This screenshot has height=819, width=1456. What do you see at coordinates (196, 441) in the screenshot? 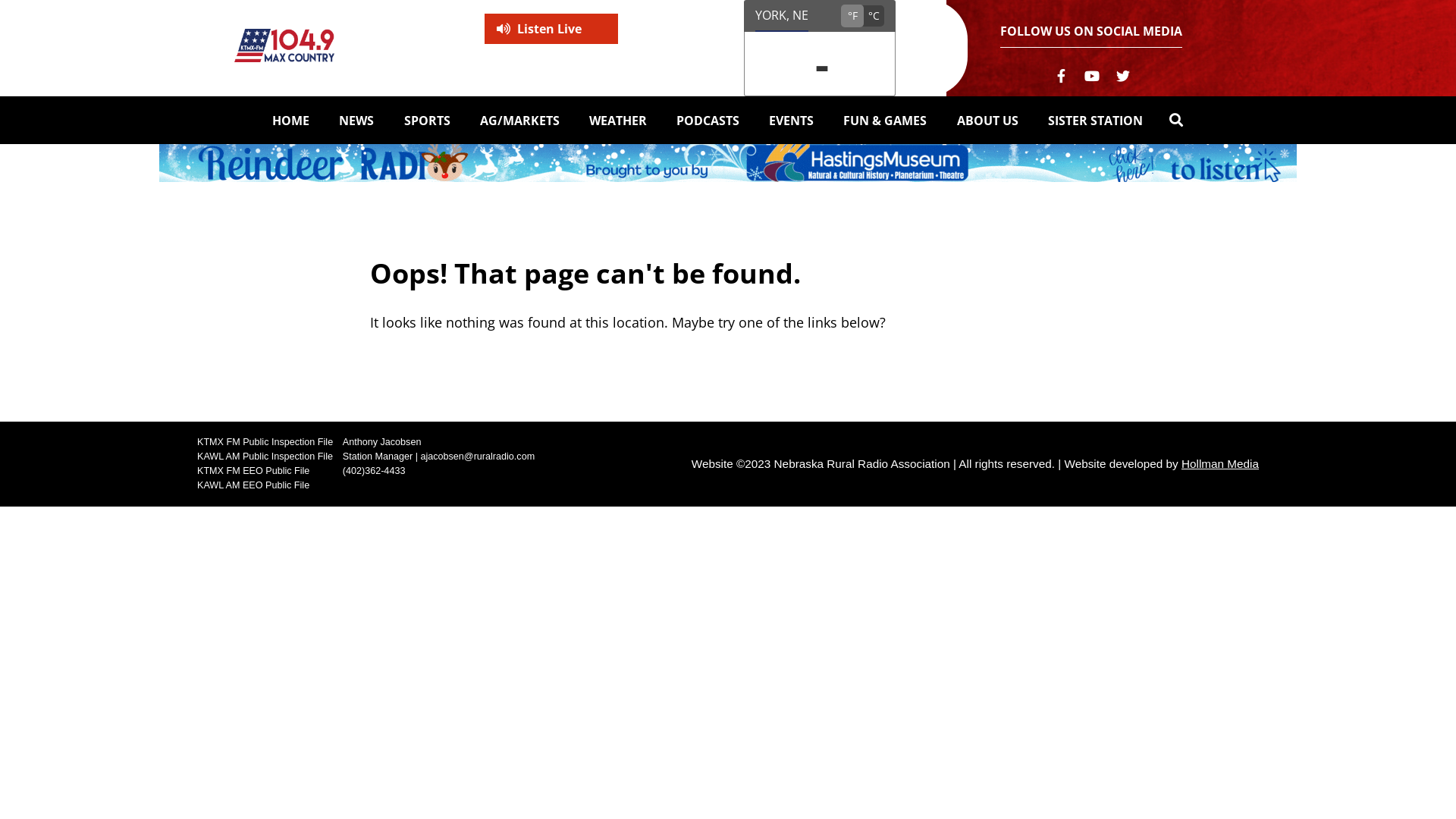
I see `'KTMX FM Public Inspection File'` at bounding box center [196, 441].